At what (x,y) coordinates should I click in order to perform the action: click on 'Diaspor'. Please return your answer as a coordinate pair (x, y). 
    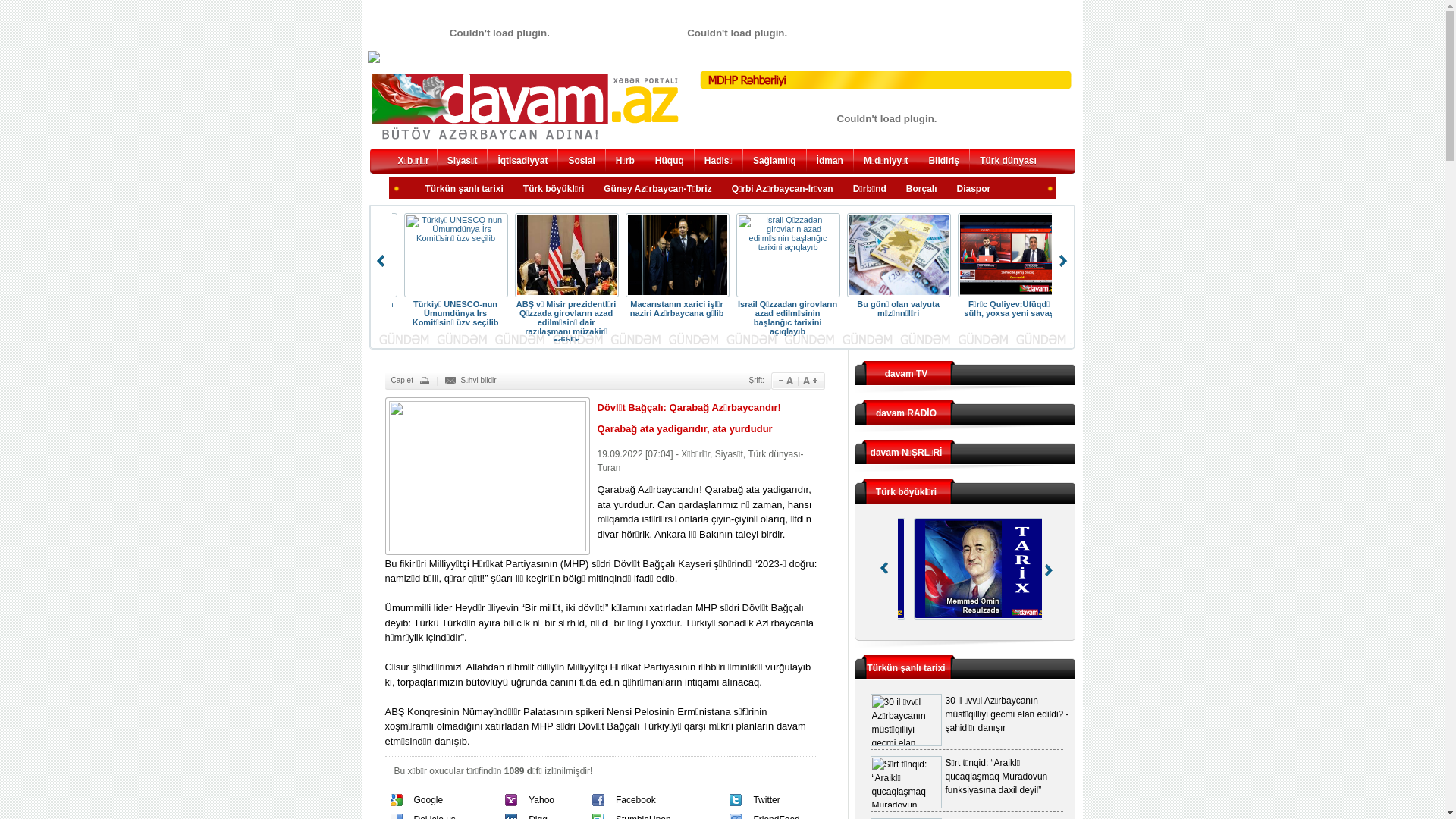
    Looking at the image, I should click on (973, 189).